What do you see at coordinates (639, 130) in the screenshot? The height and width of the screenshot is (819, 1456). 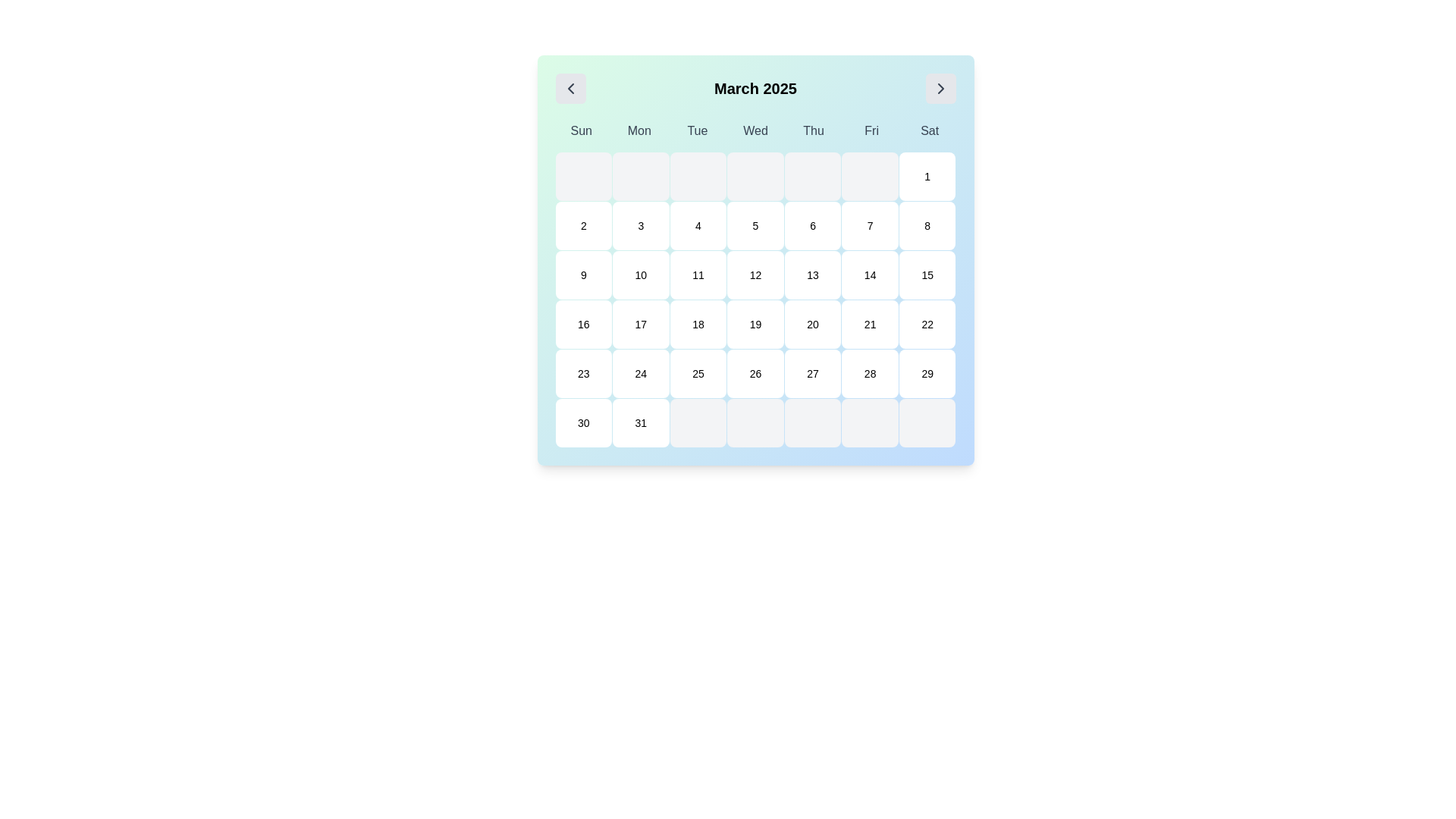 I see `the text label identifying Monday in the calendar view, located under the header 'March 2025', between 'Sun' and 'Tue'` at bounding box center [639, 130].